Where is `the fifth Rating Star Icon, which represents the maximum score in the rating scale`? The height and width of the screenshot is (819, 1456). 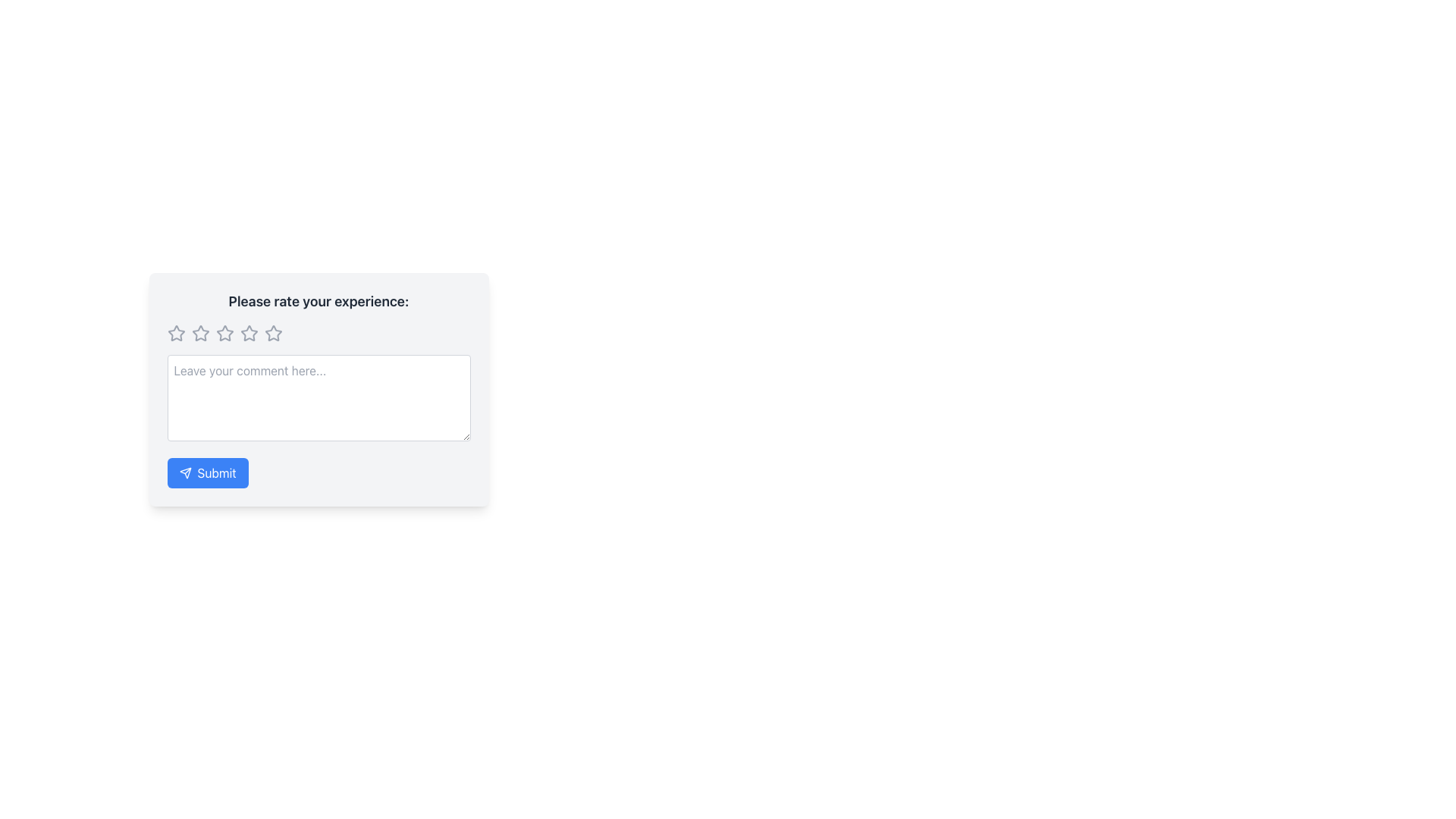 the fifth Rating Star Icon, which represents the maximum score in the rating scale is located at coordinates (273, 332).